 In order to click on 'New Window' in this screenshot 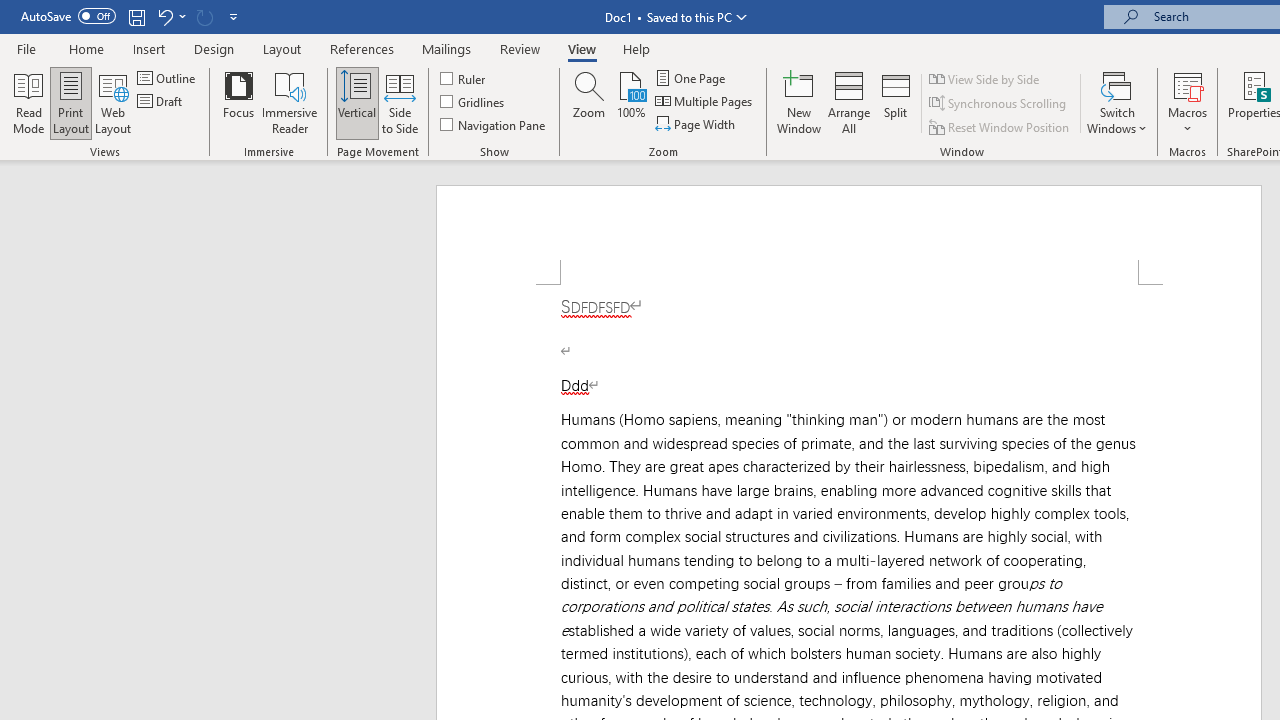, I will do `click(798, 103)`.